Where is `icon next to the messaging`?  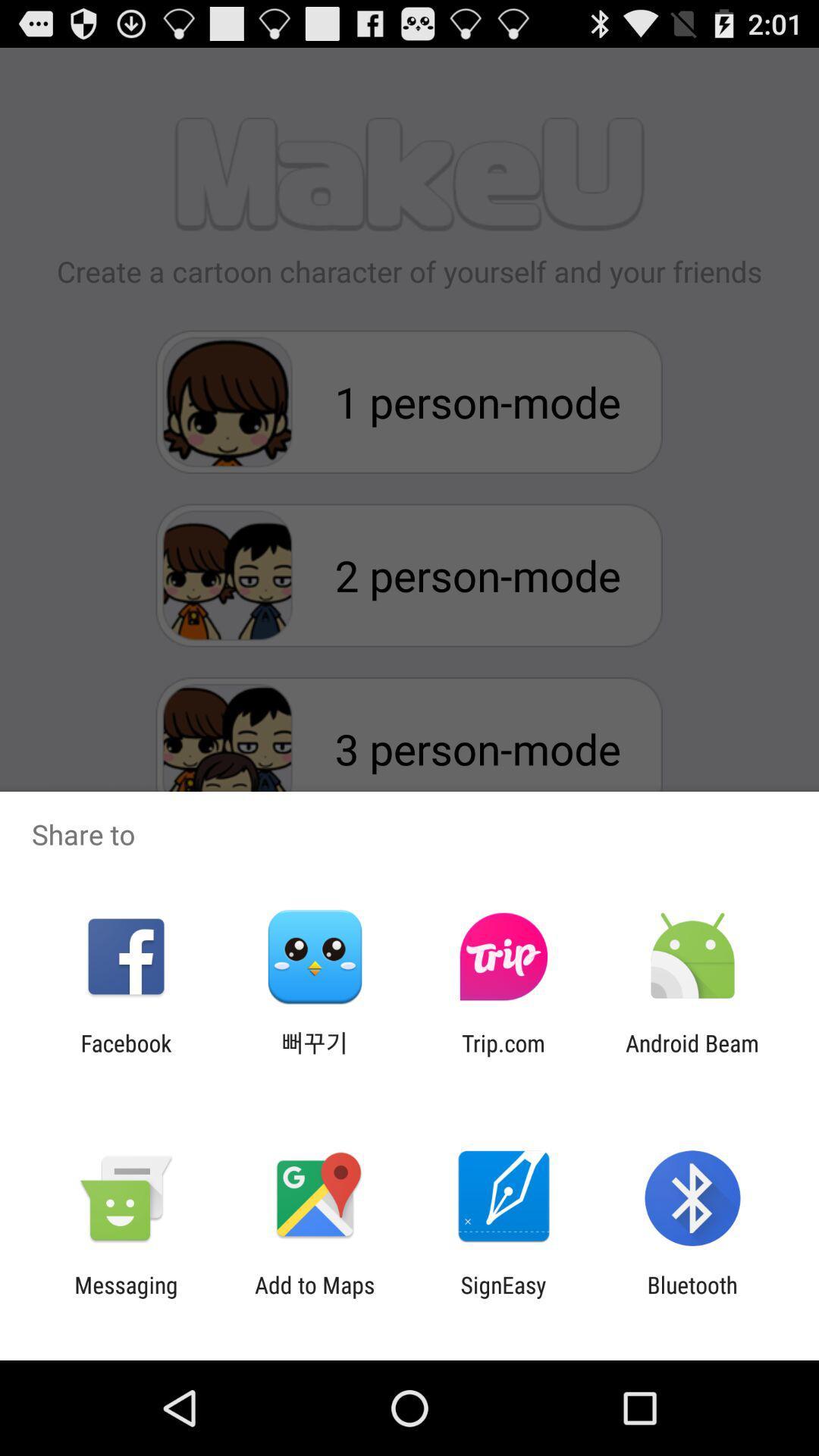 icon next to the messaging is located at coordinates (314, 1298).